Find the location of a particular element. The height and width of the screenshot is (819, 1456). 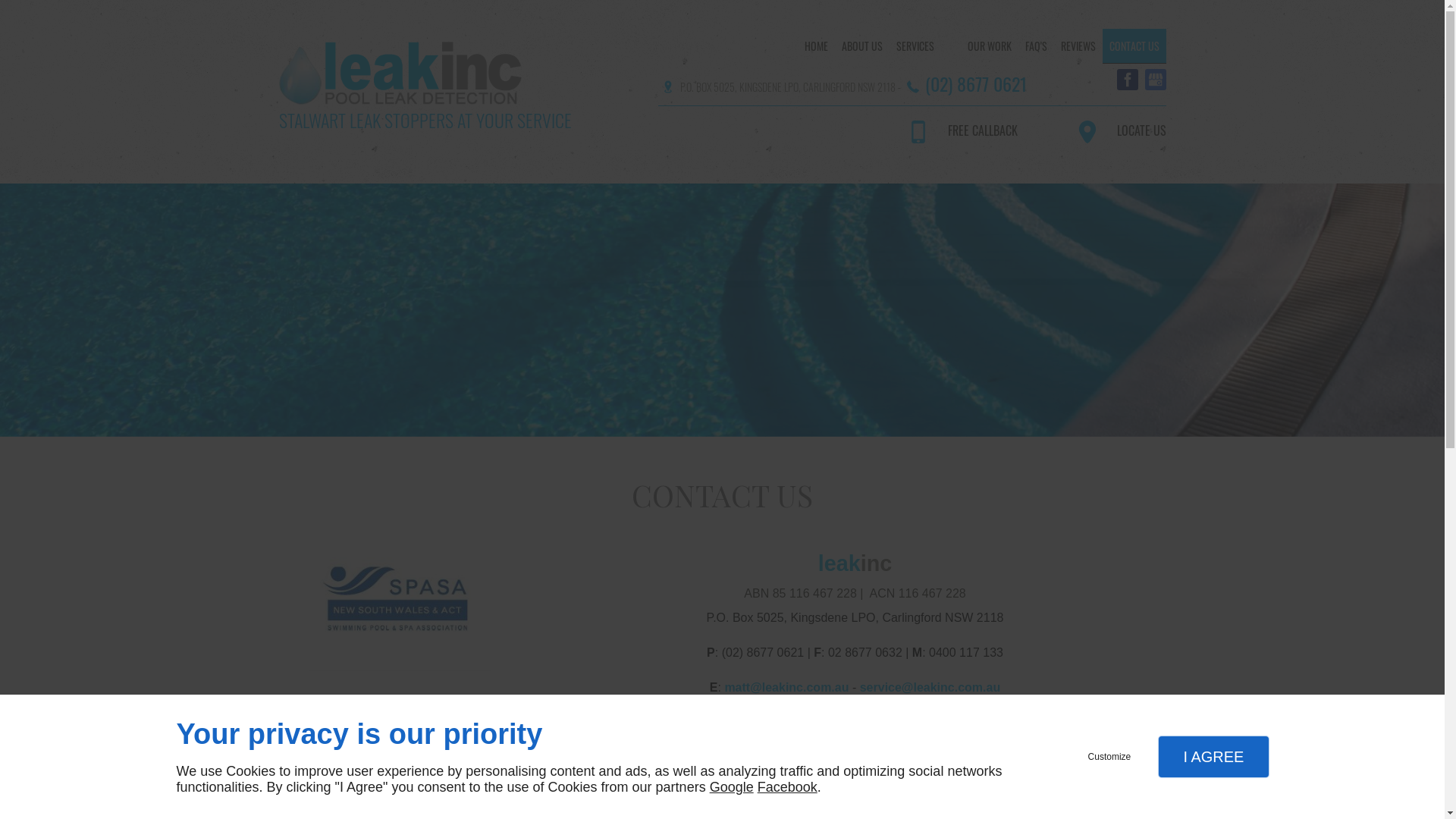

'Facebook' is located at coordinates (1116, 79).